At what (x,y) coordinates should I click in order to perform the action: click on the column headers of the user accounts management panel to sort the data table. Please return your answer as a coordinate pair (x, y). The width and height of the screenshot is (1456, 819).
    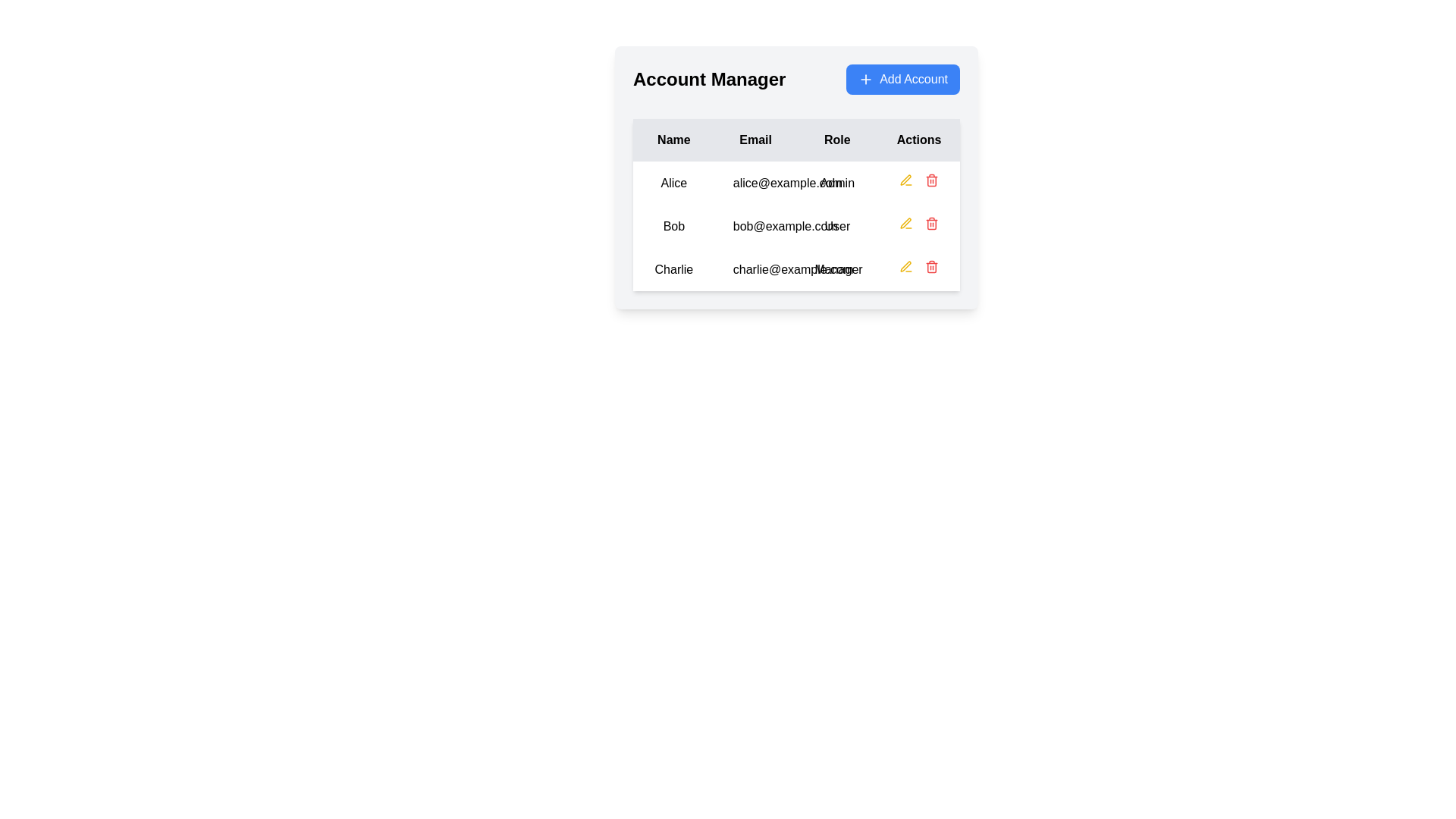
    Looking at the image, I should click on (795, 177).